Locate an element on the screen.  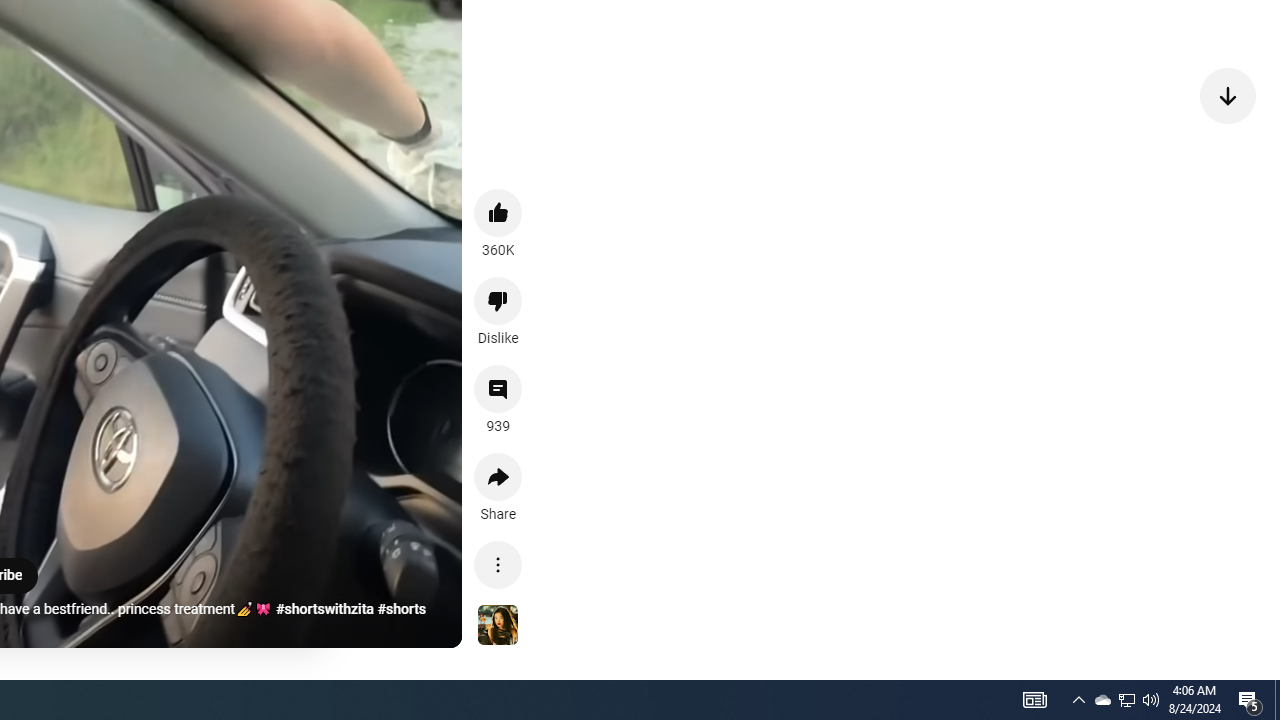
'View 939 comments' is located at coordinates (498, 389).